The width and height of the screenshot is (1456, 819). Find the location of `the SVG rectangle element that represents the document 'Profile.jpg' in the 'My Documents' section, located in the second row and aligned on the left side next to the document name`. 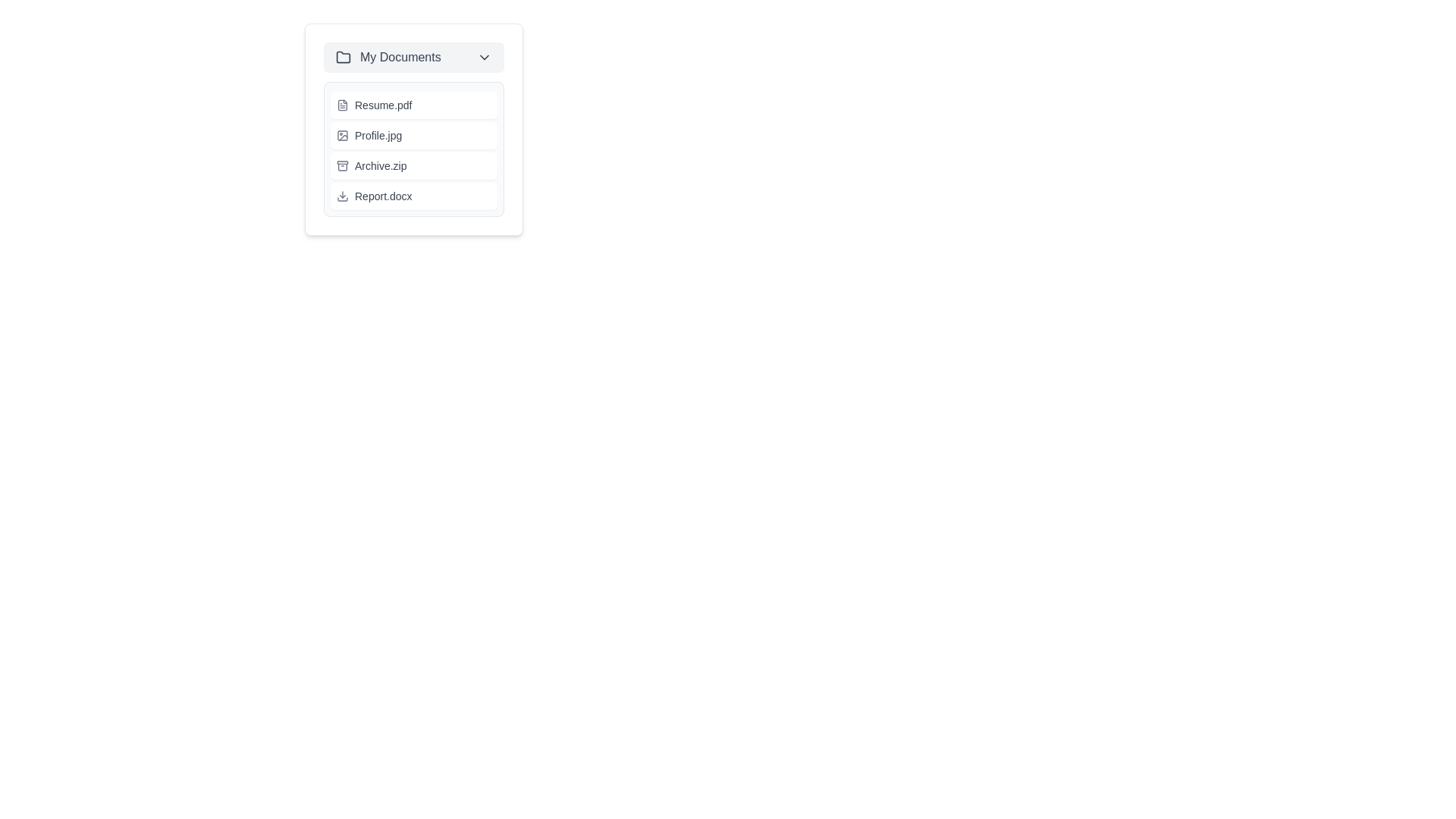

the SVG rectangle element that represents the document 'Profile.jpg' in the 'My Documents' section, located in the second row and aligned on the left side next to the document name is located at coordinates (341, 134).